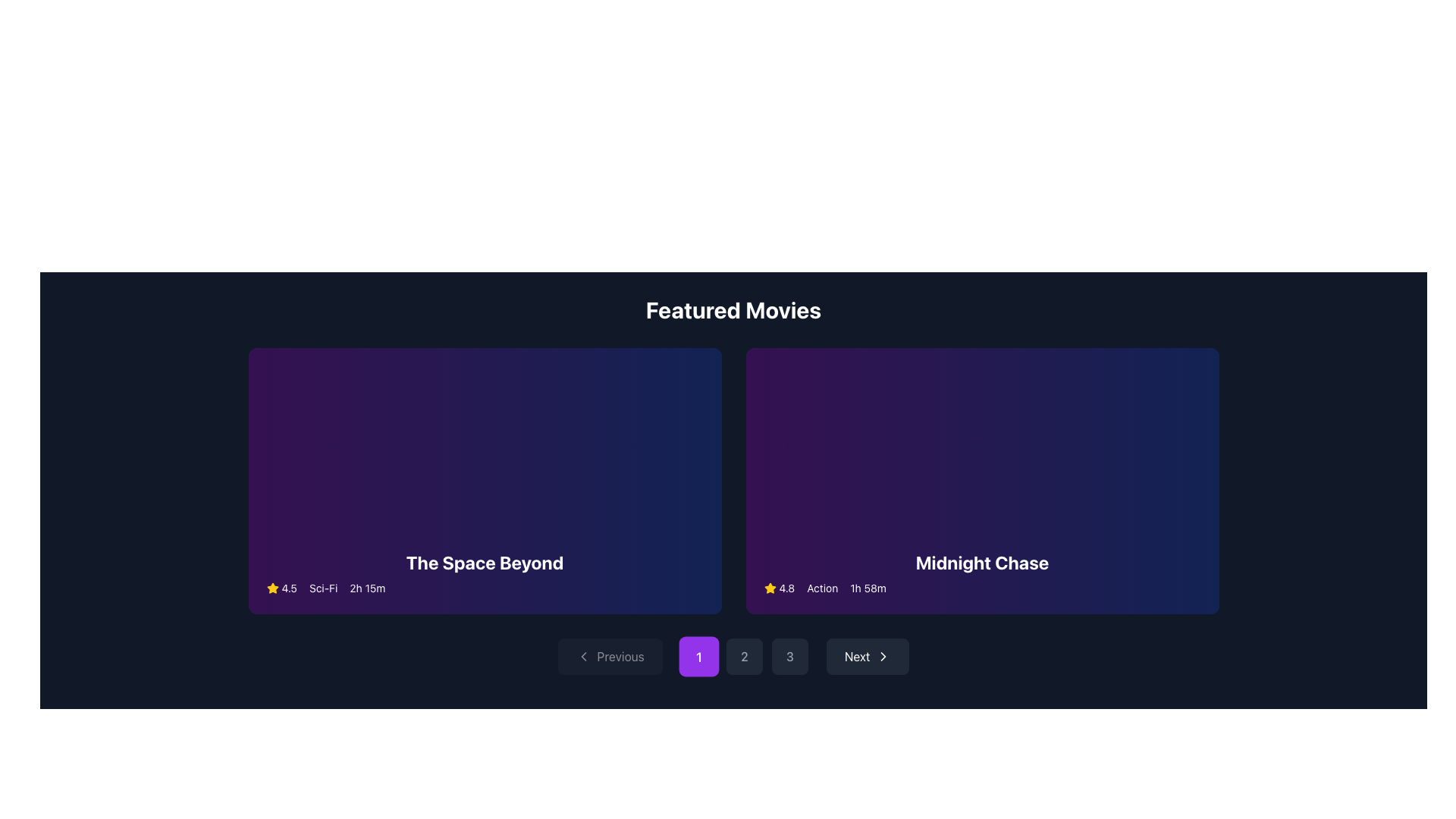 This screenshot has height=819, width=1456. I want to click on the icon within the 'Next' button located at the bottom center of the interface, so click(883, 656).